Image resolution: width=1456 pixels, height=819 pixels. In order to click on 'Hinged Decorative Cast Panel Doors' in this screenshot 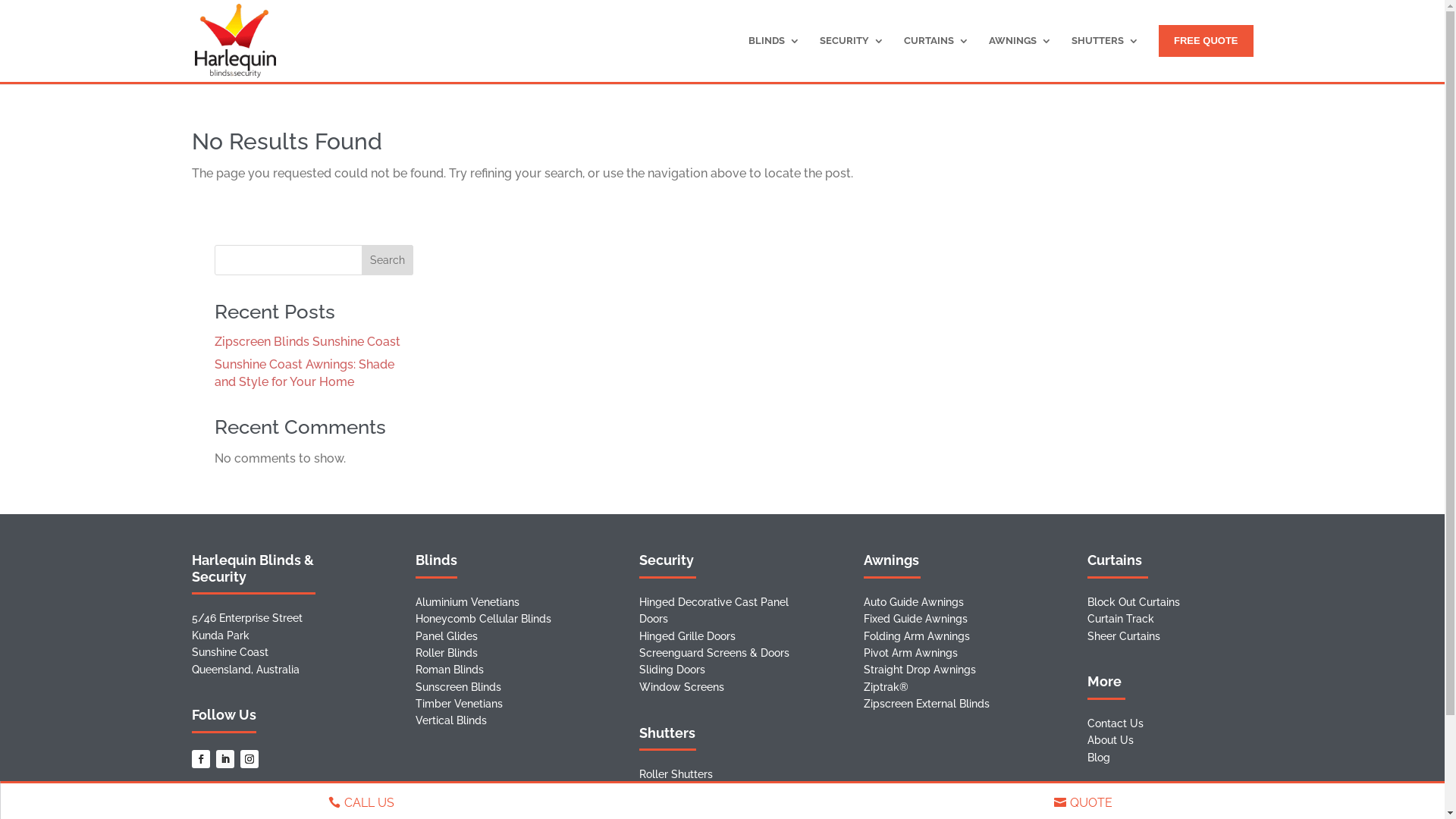, I will do `click(639, 610)`.